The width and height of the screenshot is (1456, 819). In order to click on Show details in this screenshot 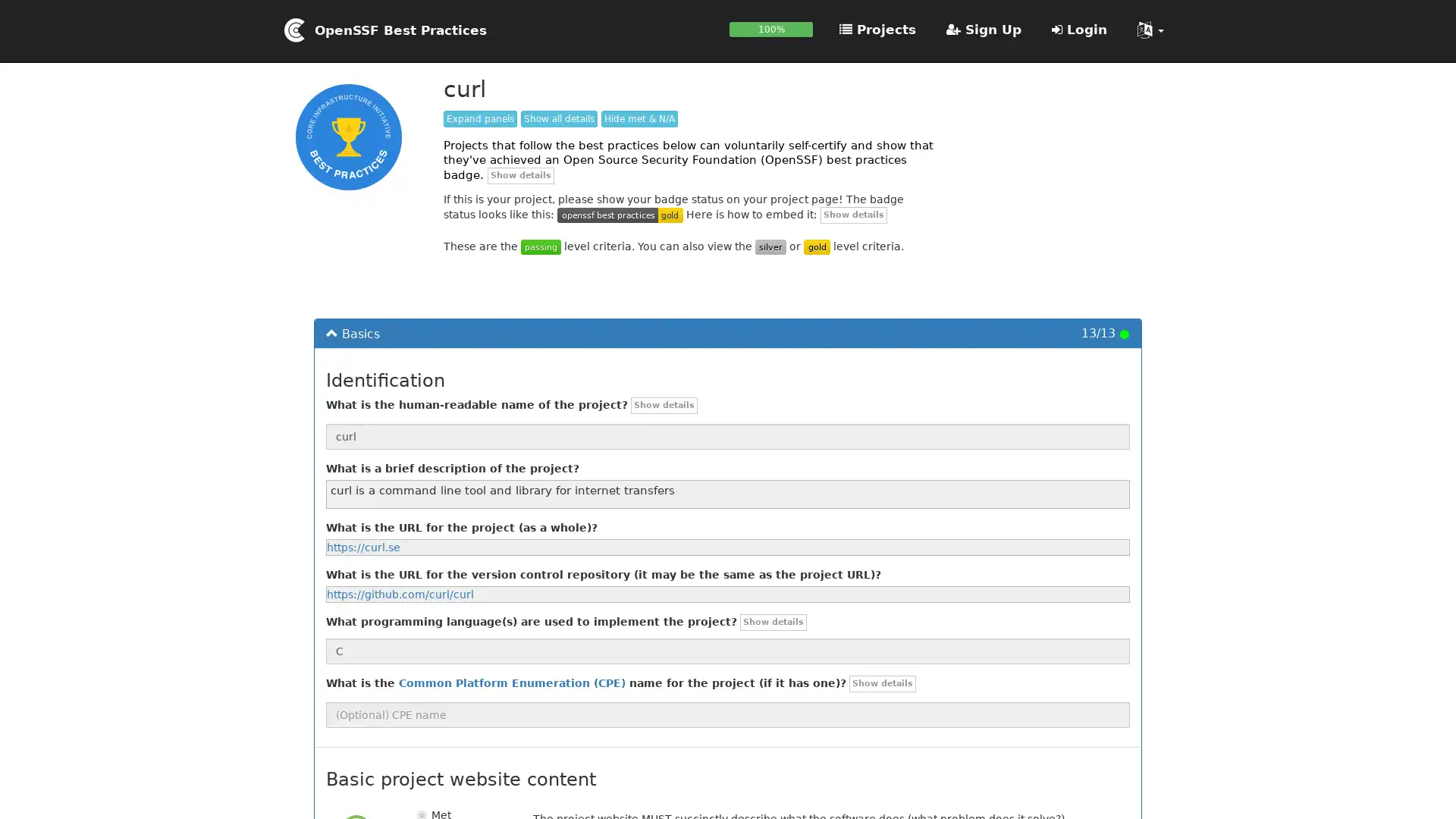, I will do `click(882, 684)`.